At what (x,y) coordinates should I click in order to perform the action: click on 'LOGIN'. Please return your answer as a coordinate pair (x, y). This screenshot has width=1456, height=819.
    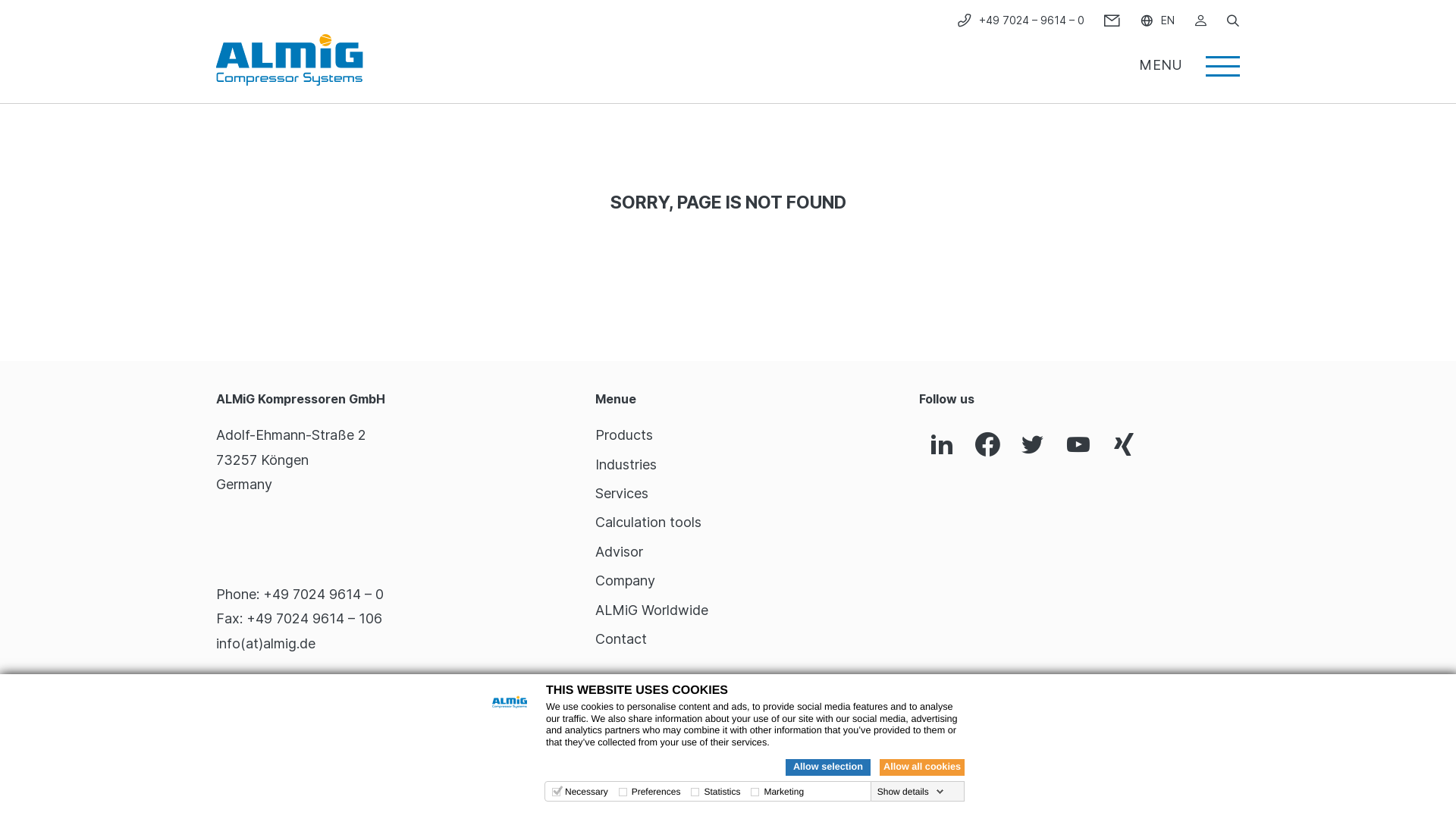
    Looking at the image, I should click on (1200, 20).